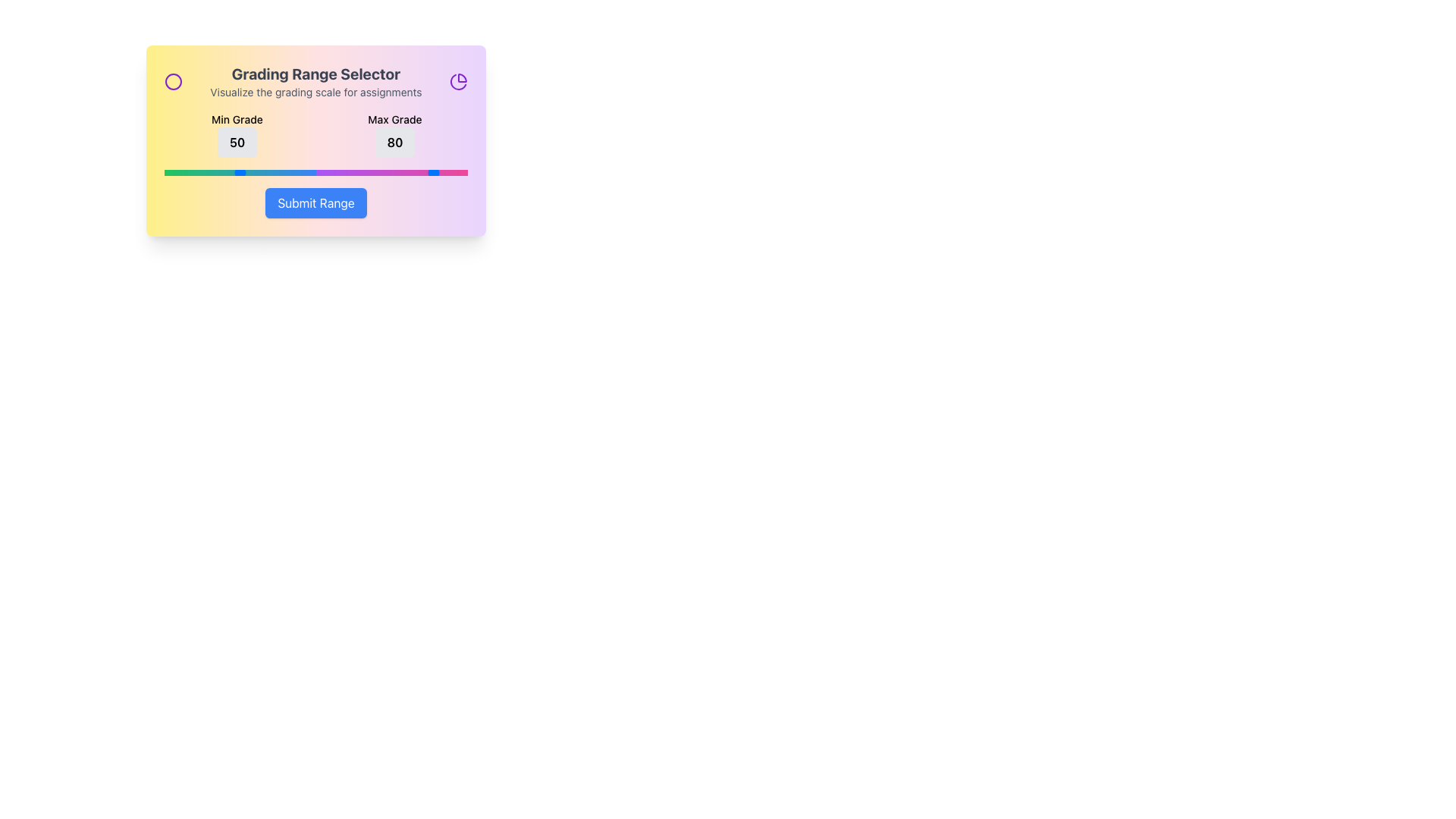  What do you see at coordinates (174, 82) in the screenshot?
I see `the inner circle icon located at the top left corner of the yellow-gradient card within the interface` at bounding box center [174, 82].